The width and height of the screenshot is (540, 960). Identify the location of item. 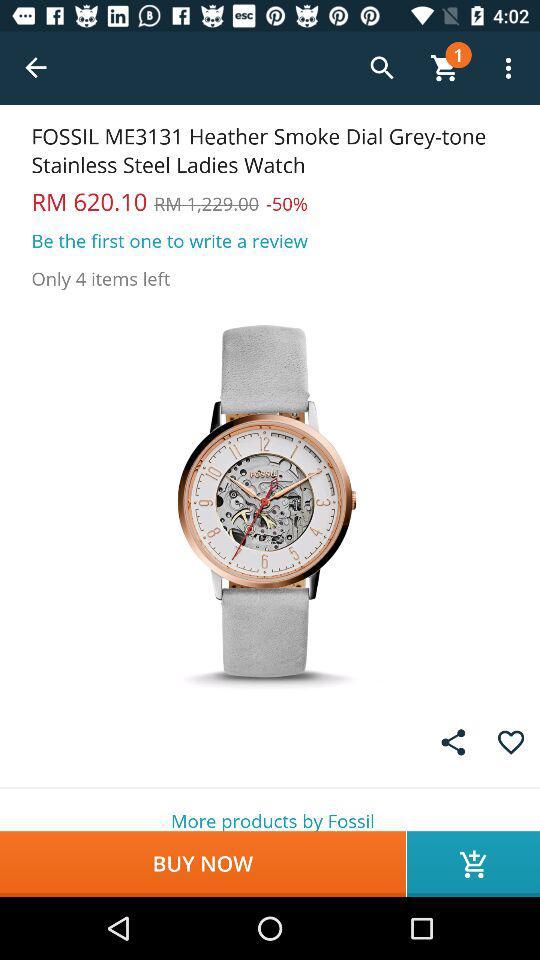
(511, 741).